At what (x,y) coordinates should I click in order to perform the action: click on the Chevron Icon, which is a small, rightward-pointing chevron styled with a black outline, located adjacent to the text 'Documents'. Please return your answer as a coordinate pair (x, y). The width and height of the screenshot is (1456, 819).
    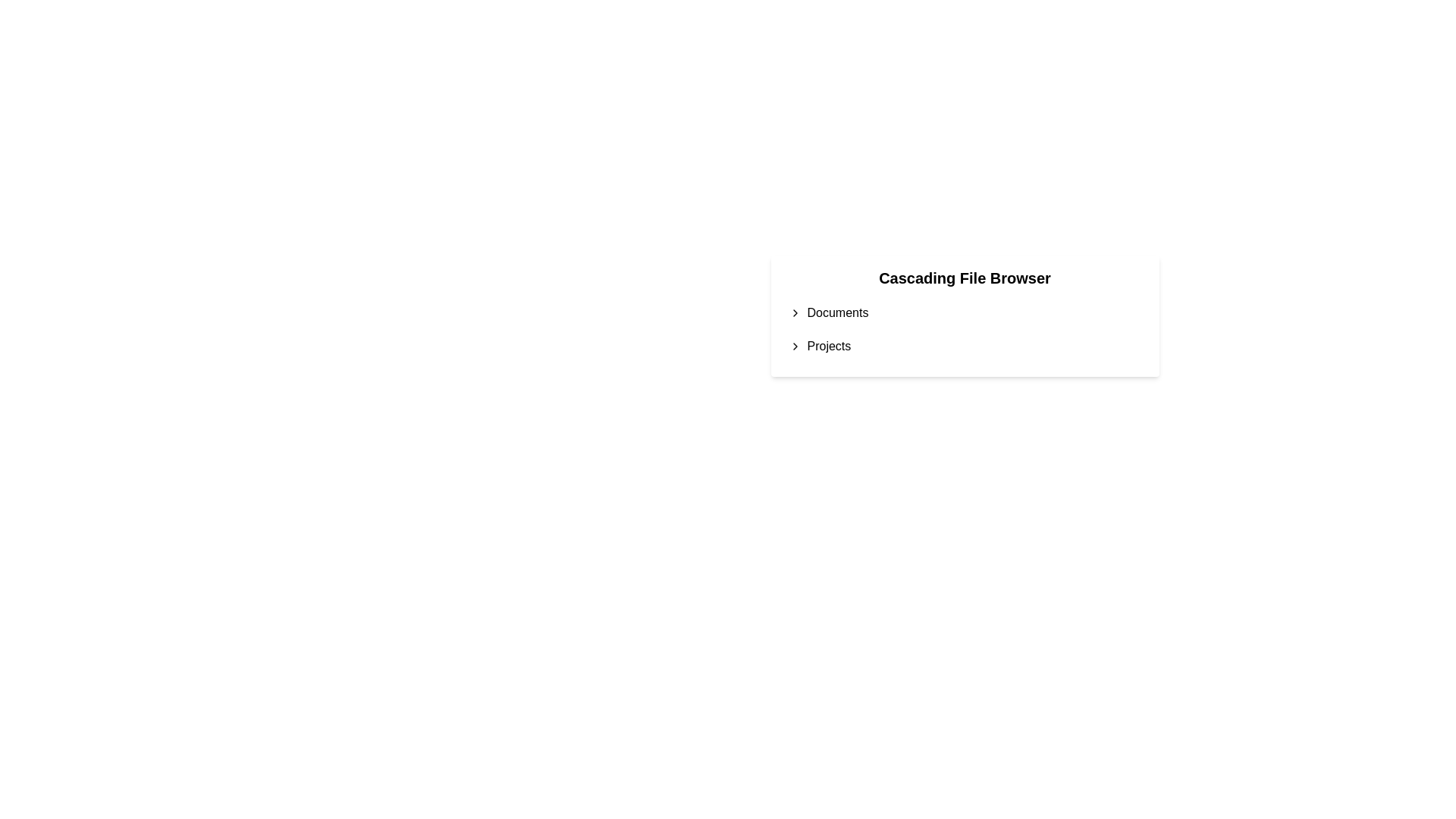
    Looking at the image, I should click on (794, 312).